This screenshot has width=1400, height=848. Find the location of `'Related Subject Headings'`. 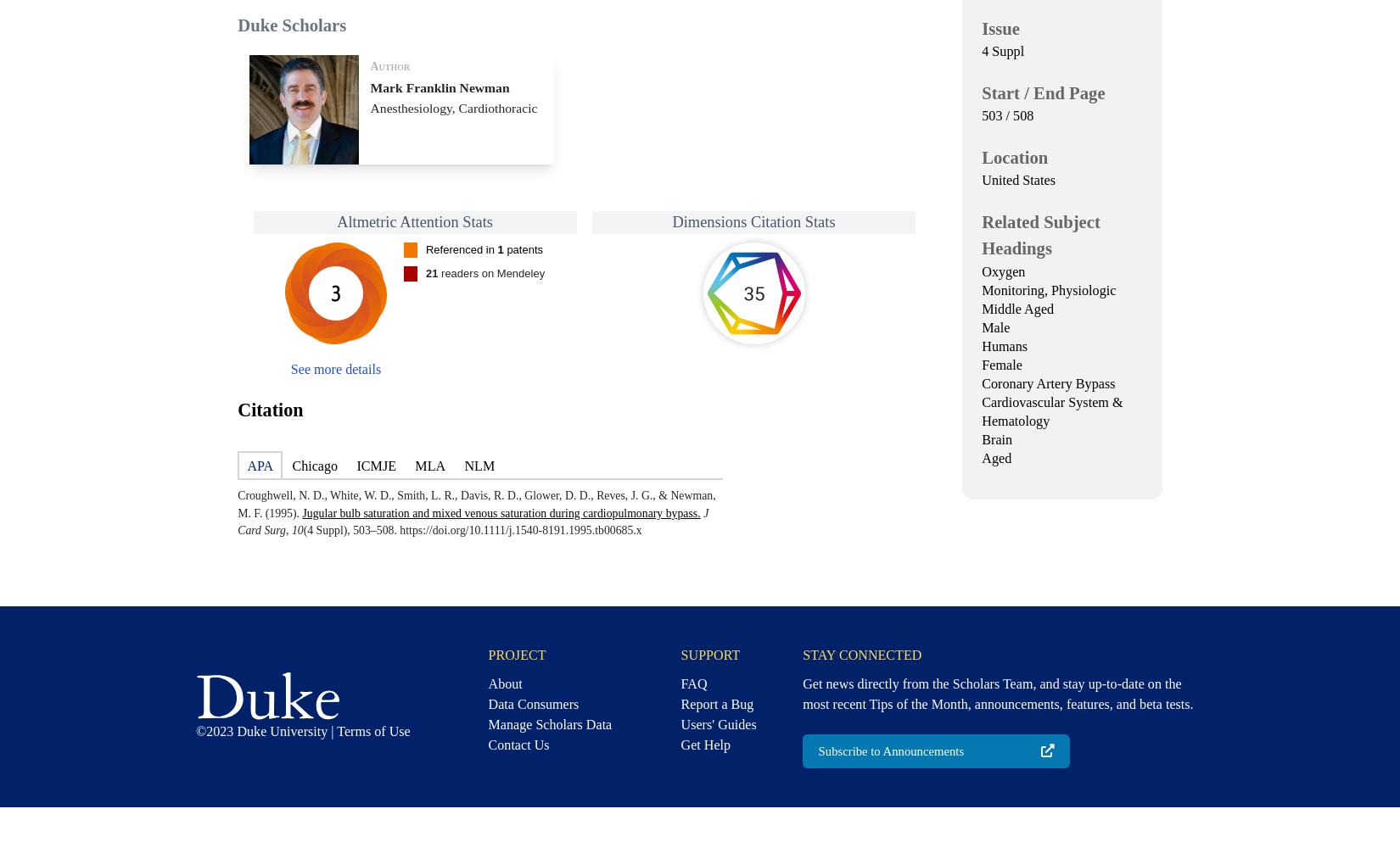

'Related Subject Headings' is located at coordinates (1040, 235).